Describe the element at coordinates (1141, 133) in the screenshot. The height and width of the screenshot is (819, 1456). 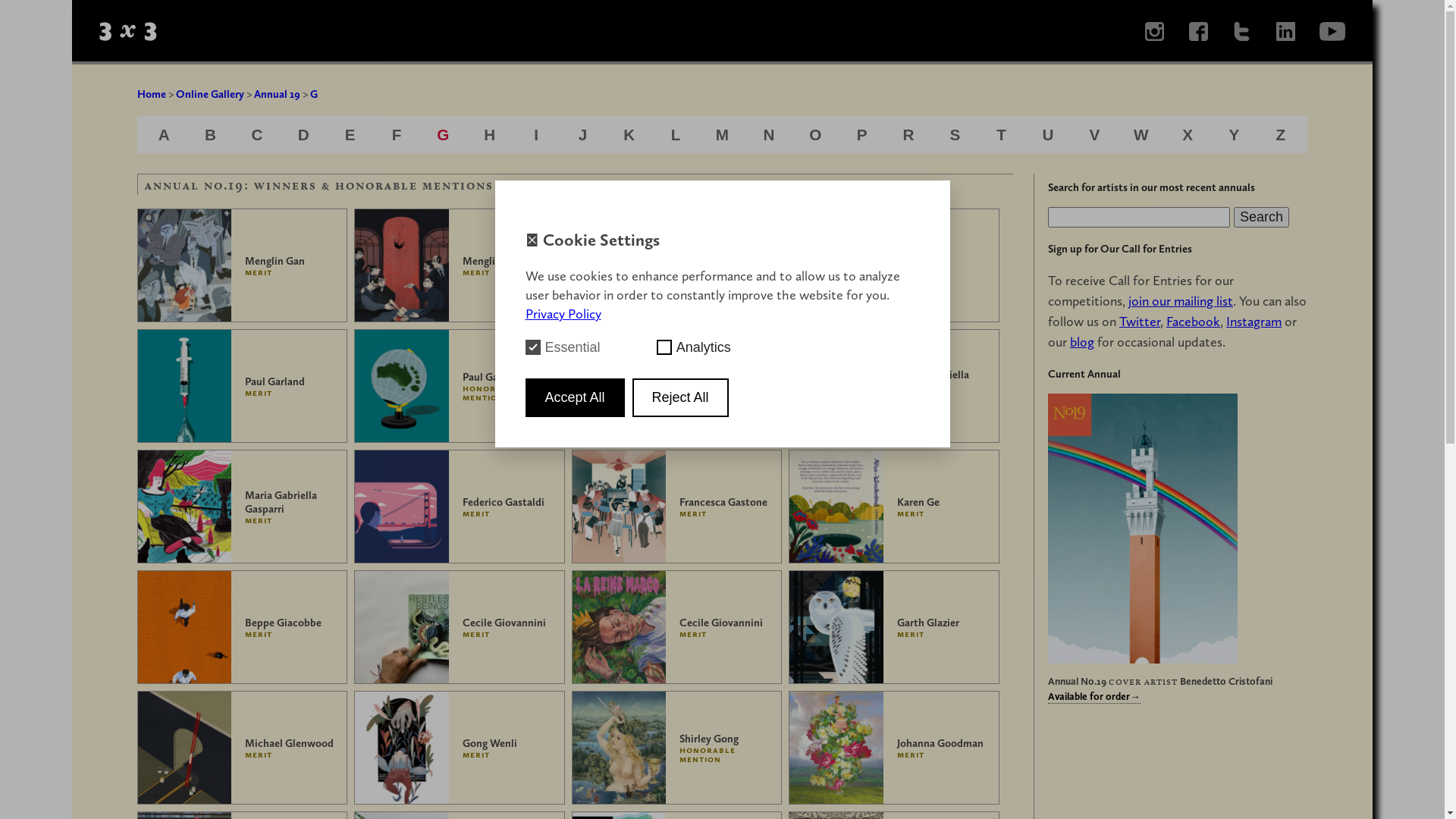
I see `'W'` at that location.